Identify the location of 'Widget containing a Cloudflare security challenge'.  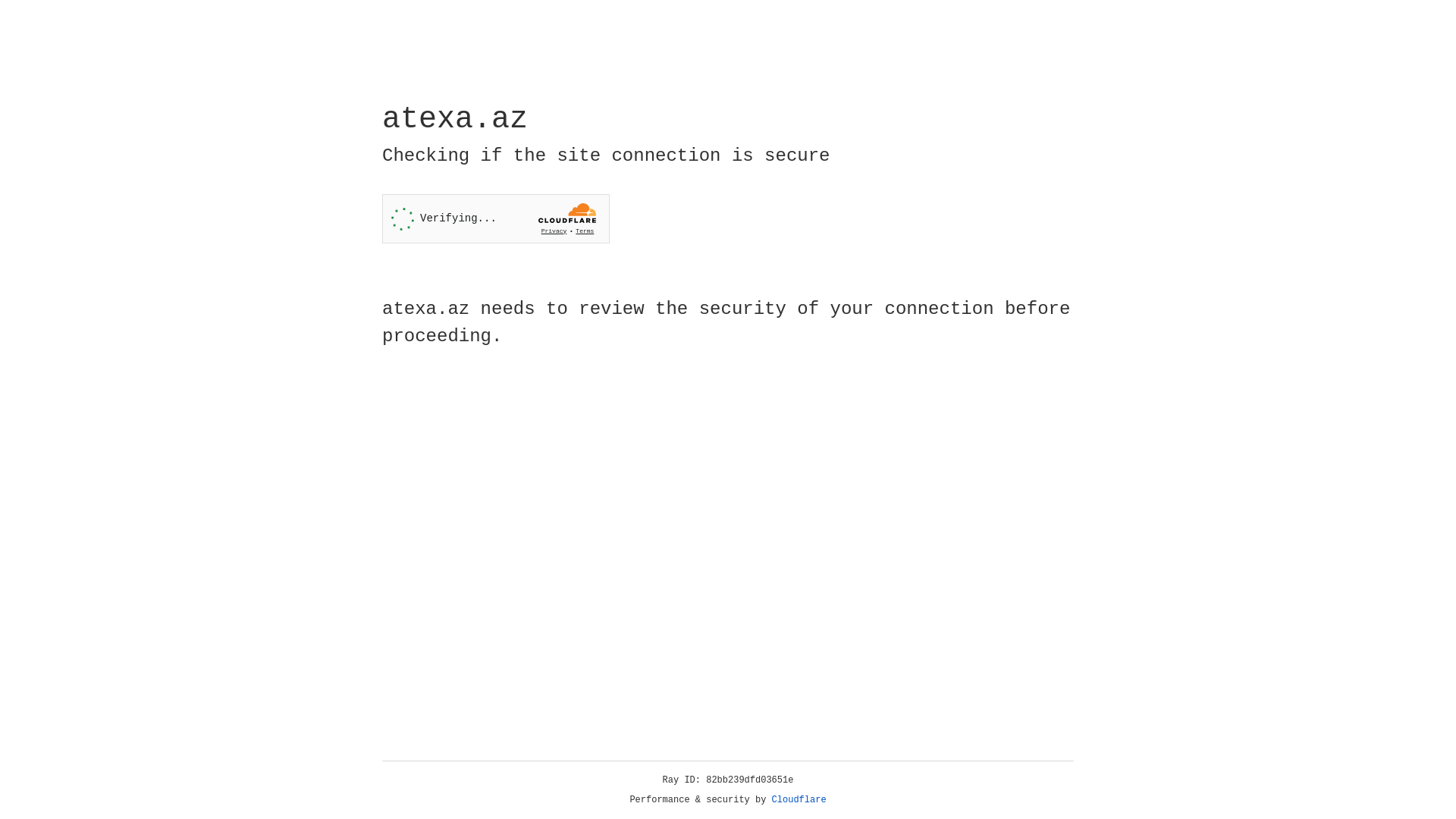
(495, 218).